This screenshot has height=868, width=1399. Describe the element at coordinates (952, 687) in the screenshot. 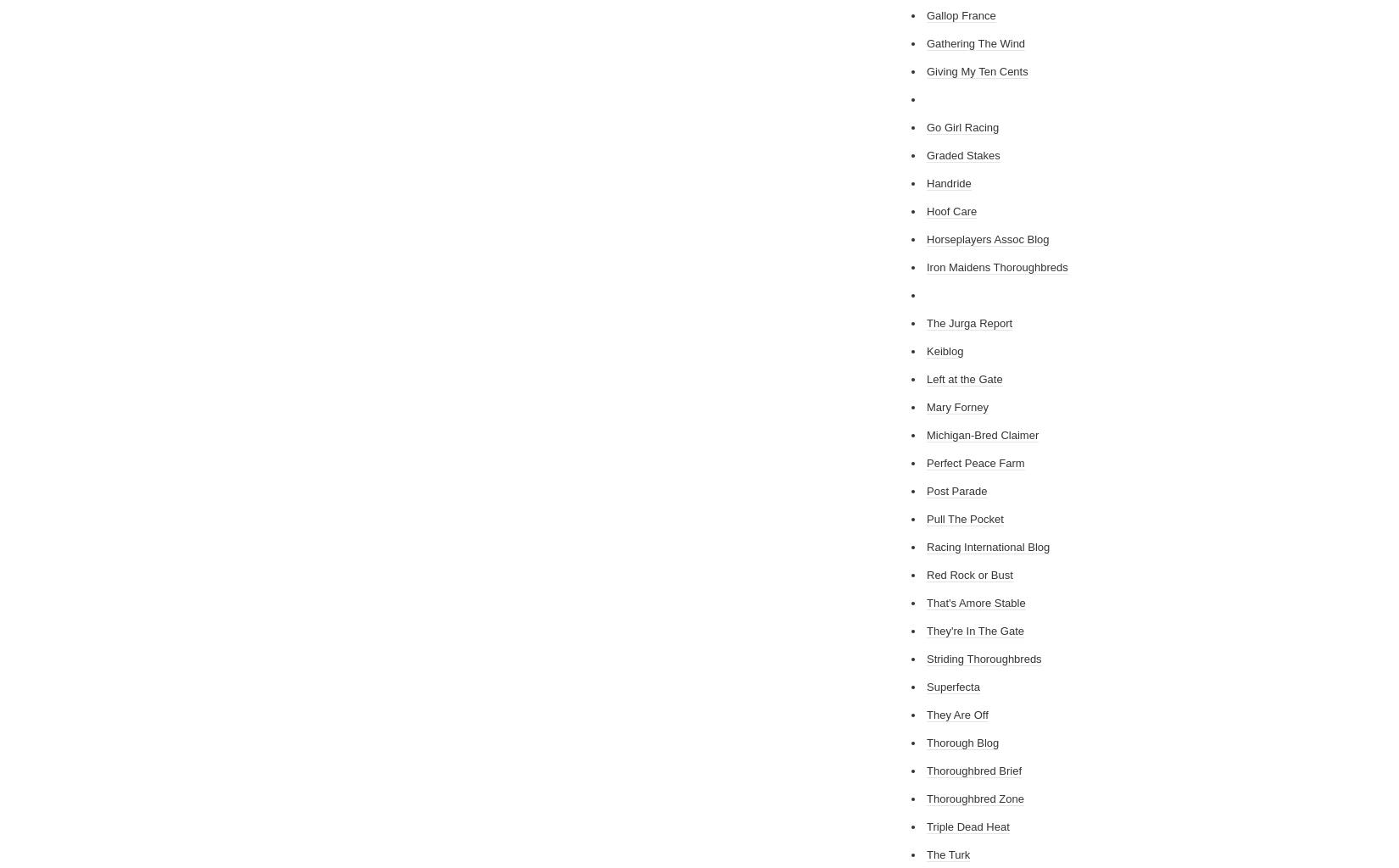

I see `'Superfecta'` at that location.